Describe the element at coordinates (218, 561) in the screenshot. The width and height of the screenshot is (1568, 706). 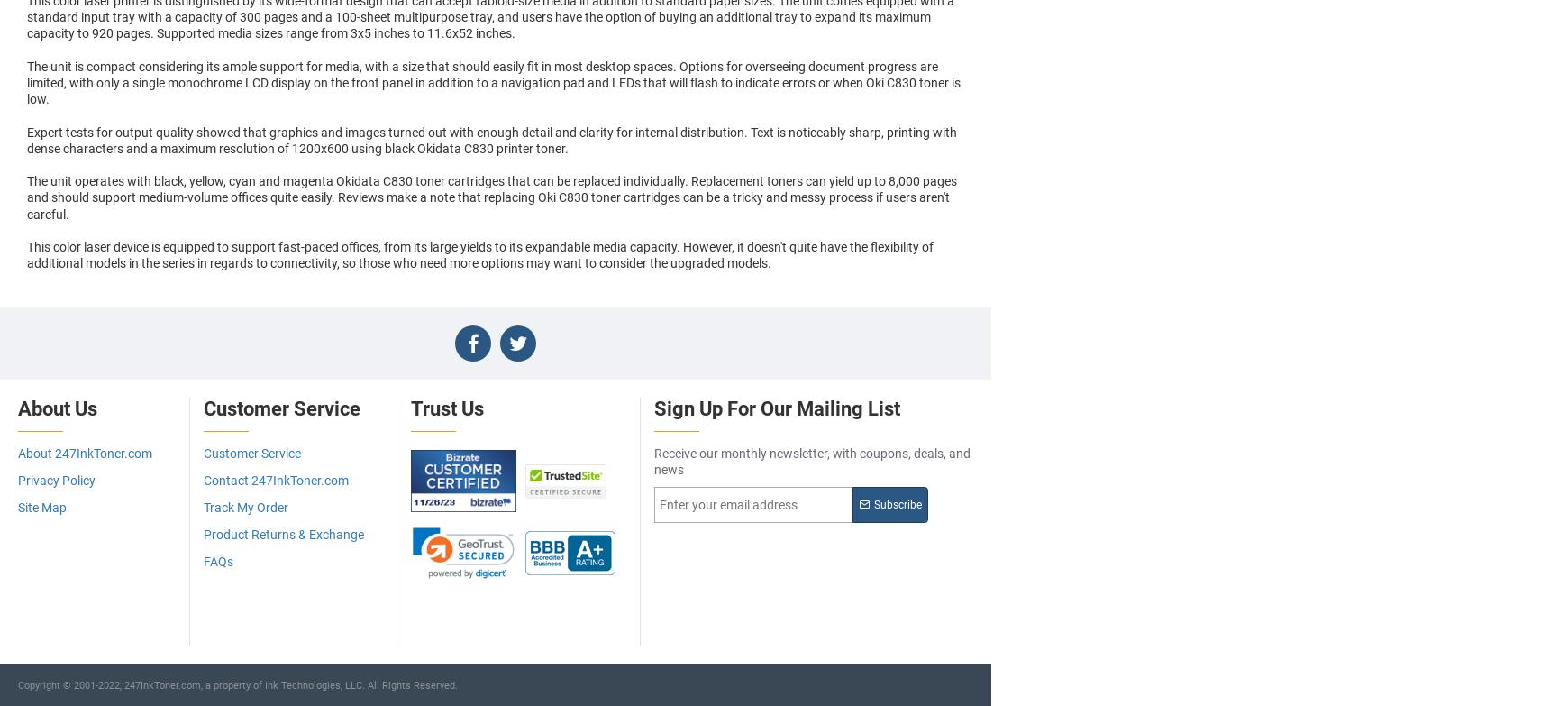
I see `'FAQs'` at that location.